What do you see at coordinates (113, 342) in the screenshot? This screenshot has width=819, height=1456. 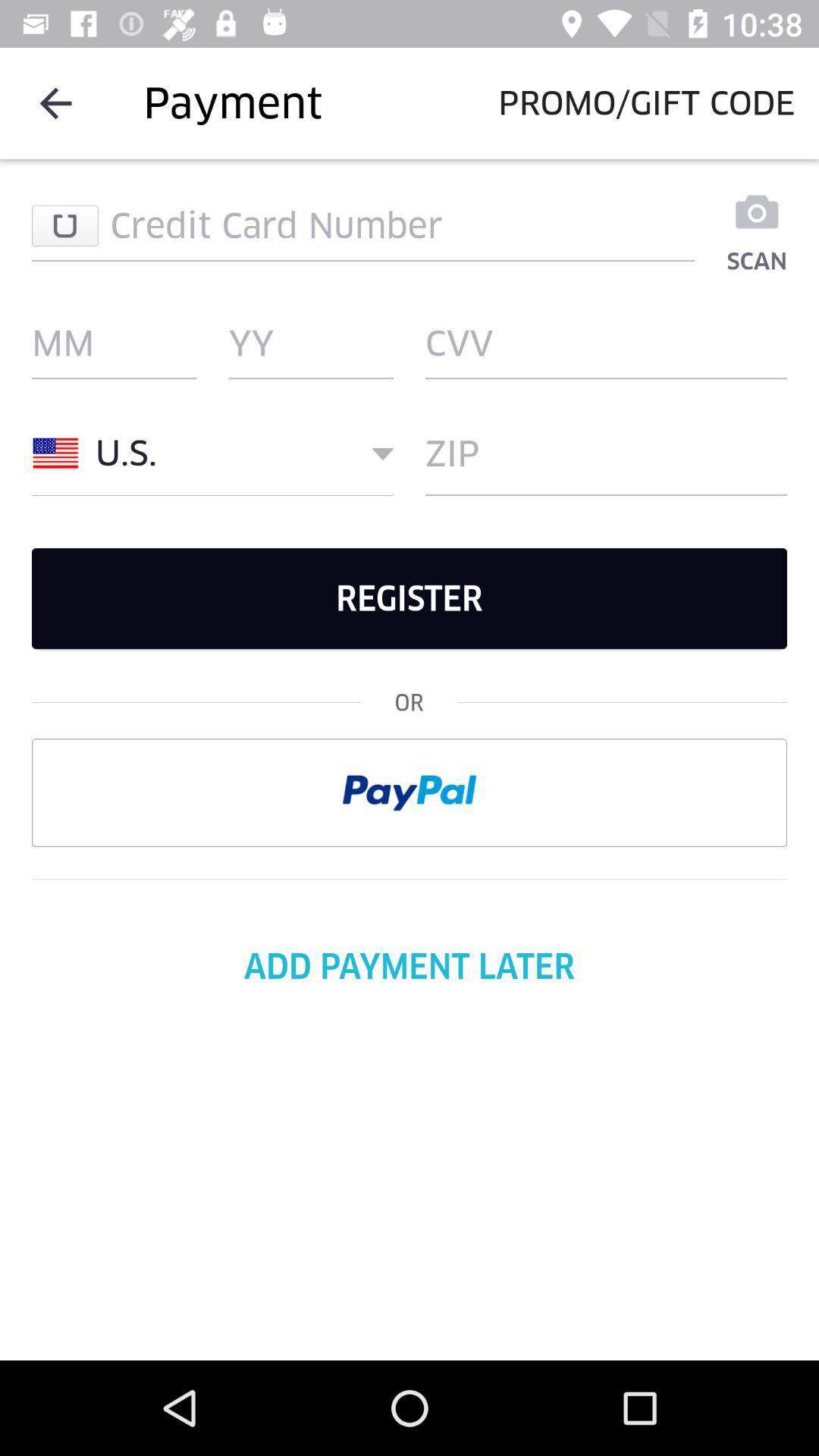 I see `type the month` at bounding box center [113, 342].